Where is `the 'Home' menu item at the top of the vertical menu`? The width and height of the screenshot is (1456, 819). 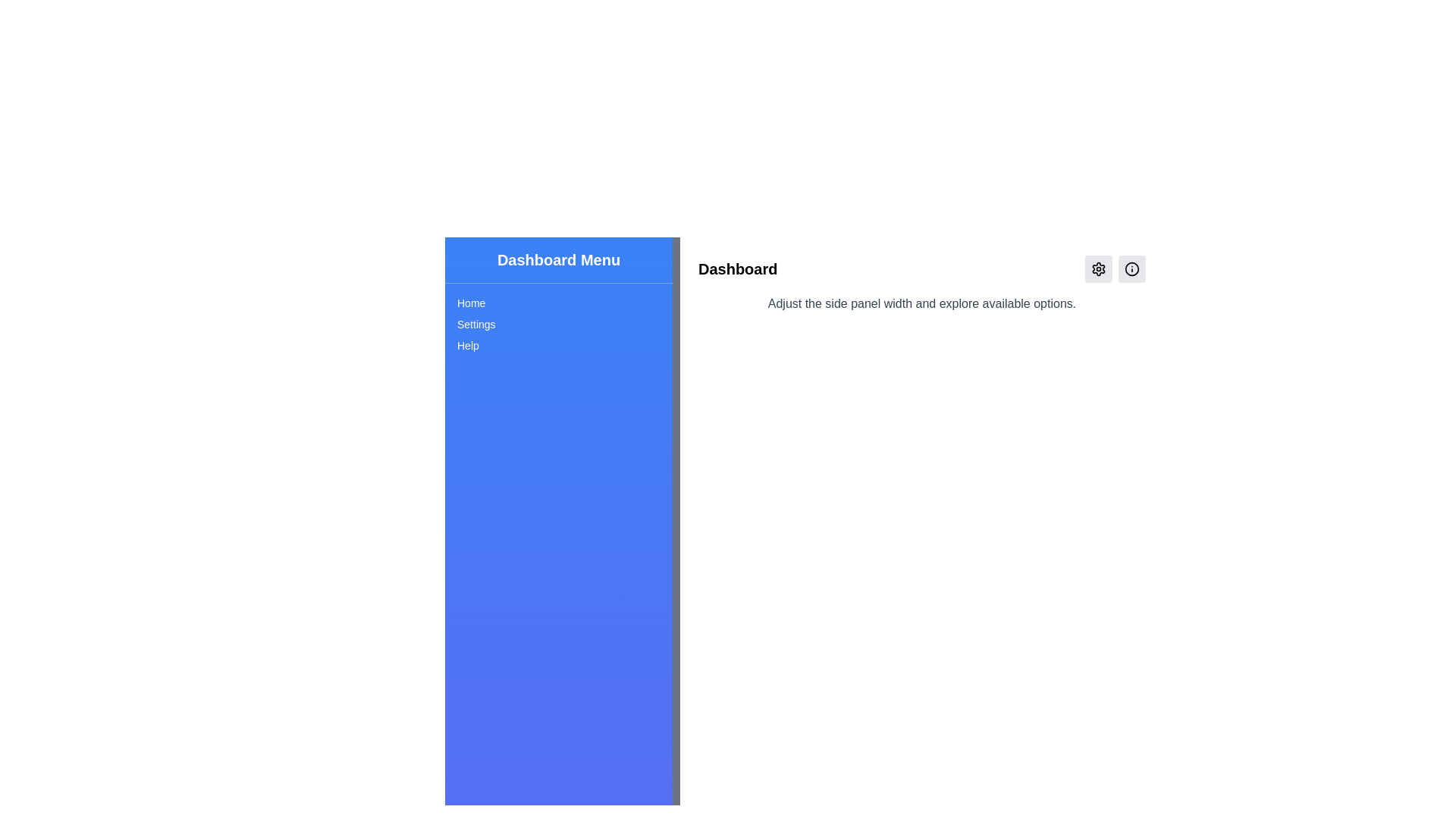 the 'Home' menu item at the top of the vertical menu is located at coordinates (558, 303).